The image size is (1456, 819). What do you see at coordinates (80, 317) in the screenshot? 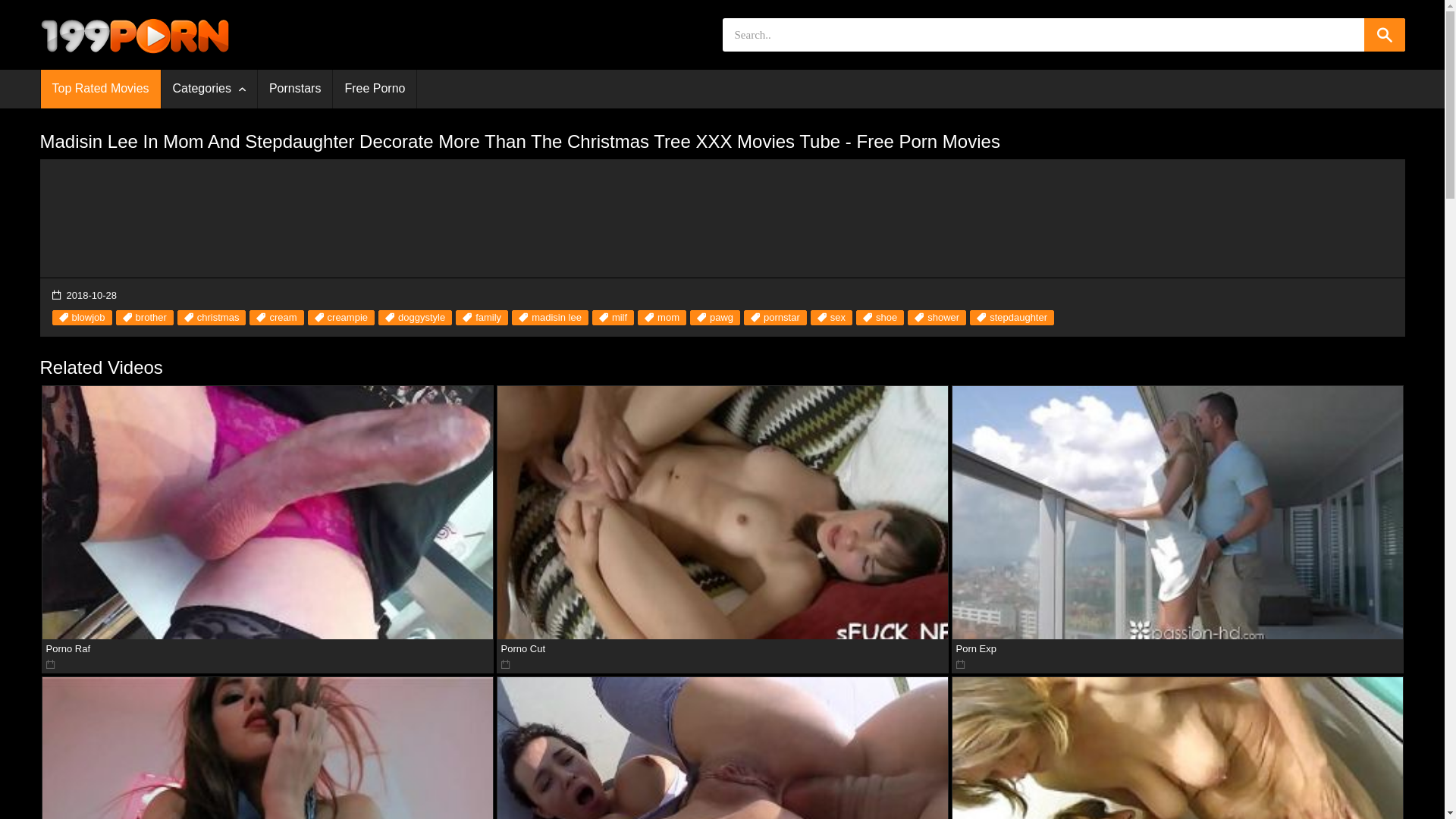
I see `'blowjob'` at bounding box center [80, 317].